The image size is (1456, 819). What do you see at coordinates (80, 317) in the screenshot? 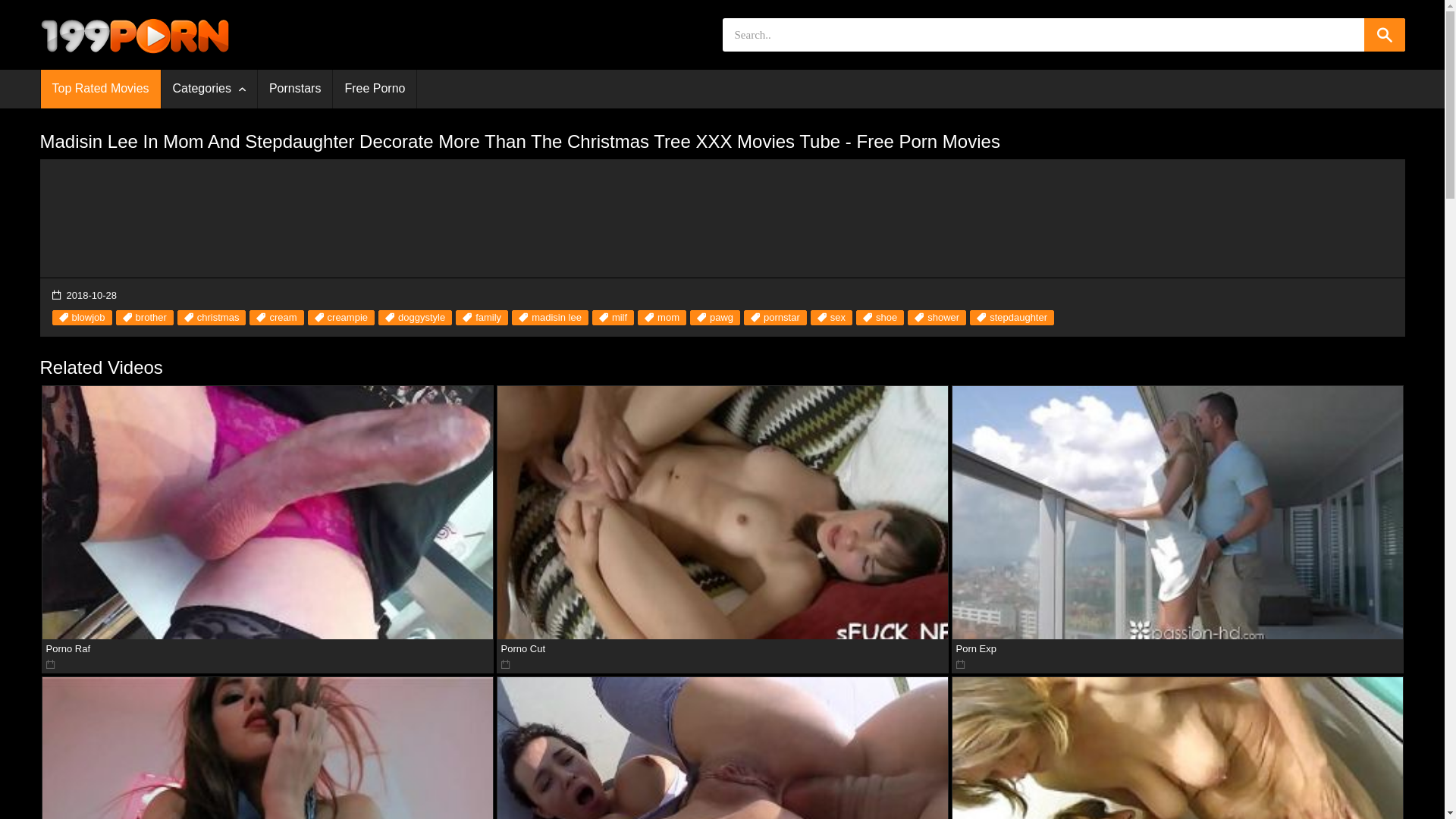
I see `'blowjob'` at bounding box center [80, 317].